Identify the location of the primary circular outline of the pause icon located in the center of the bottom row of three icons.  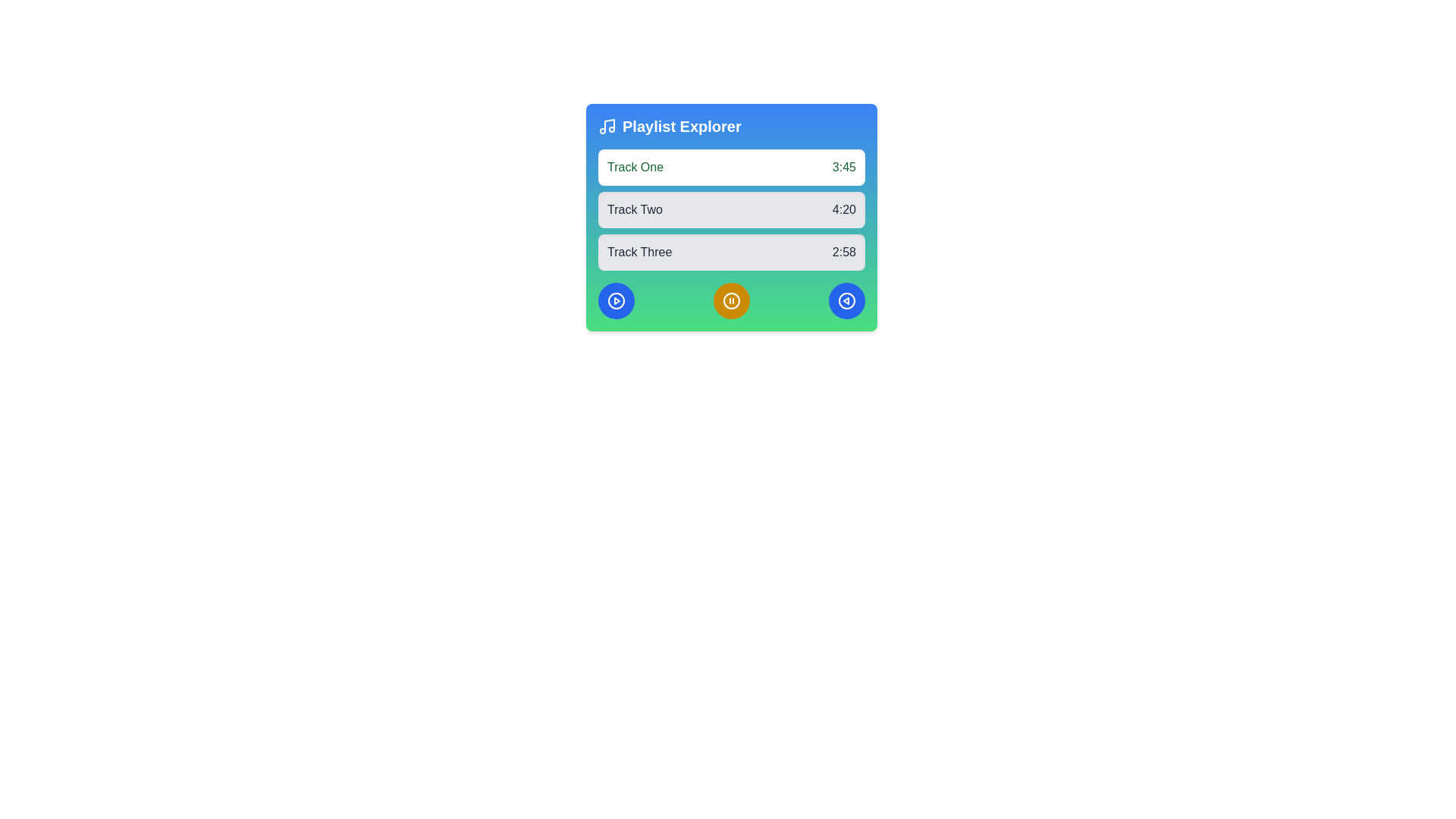
(731, 301).